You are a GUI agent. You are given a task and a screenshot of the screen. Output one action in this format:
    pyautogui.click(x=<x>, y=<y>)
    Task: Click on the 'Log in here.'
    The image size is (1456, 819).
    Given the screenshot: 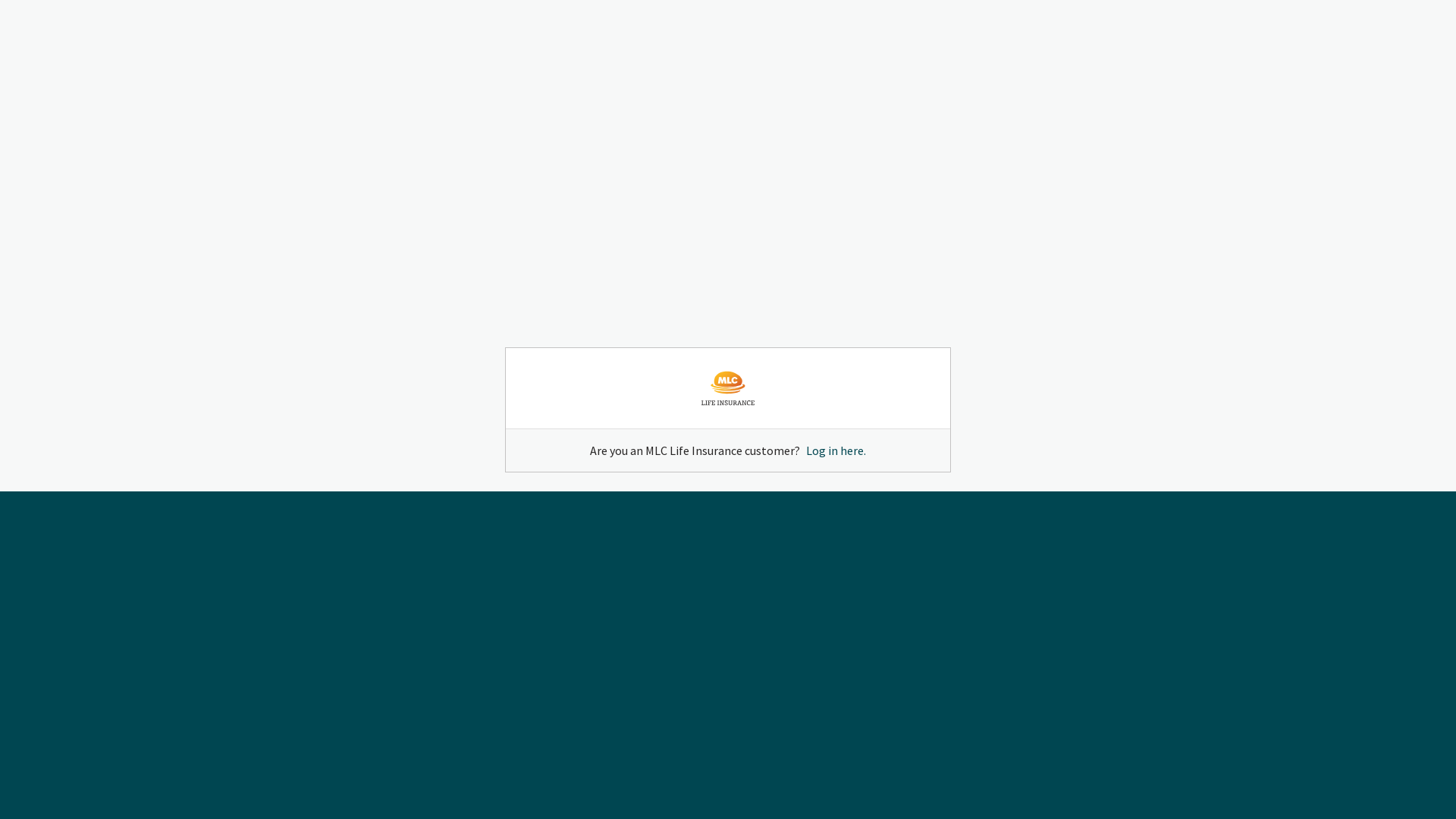 What is the action you would take?
    pyautogui.click(x=835, y=450)
    